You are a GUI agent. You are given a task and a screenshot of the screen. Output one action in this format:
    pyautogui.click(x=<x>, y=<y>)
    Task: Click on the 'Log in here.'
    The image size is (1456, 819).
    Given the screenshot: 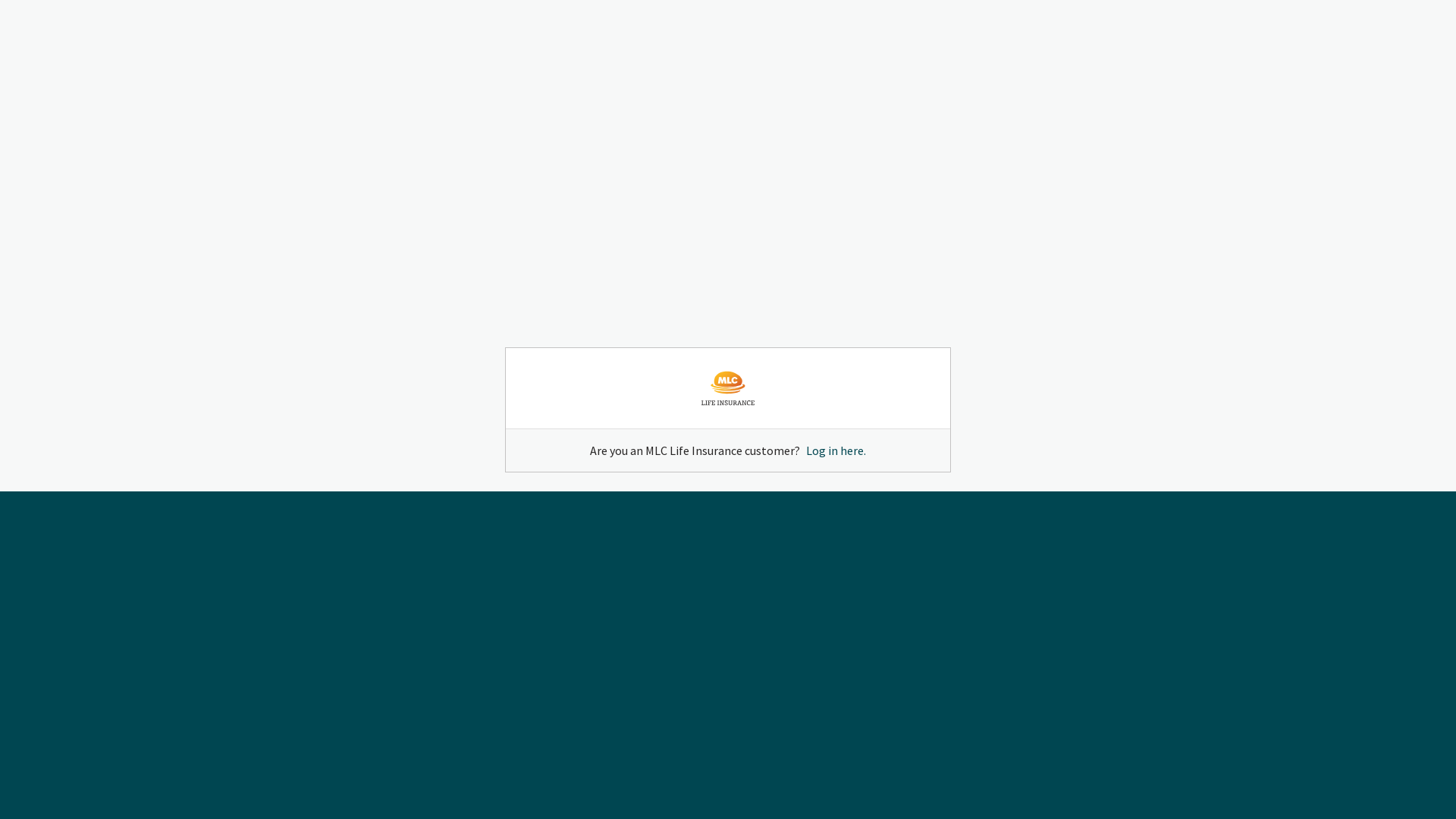 What is the action you would take?
    pyautogui.click(x=835, y=450)
    